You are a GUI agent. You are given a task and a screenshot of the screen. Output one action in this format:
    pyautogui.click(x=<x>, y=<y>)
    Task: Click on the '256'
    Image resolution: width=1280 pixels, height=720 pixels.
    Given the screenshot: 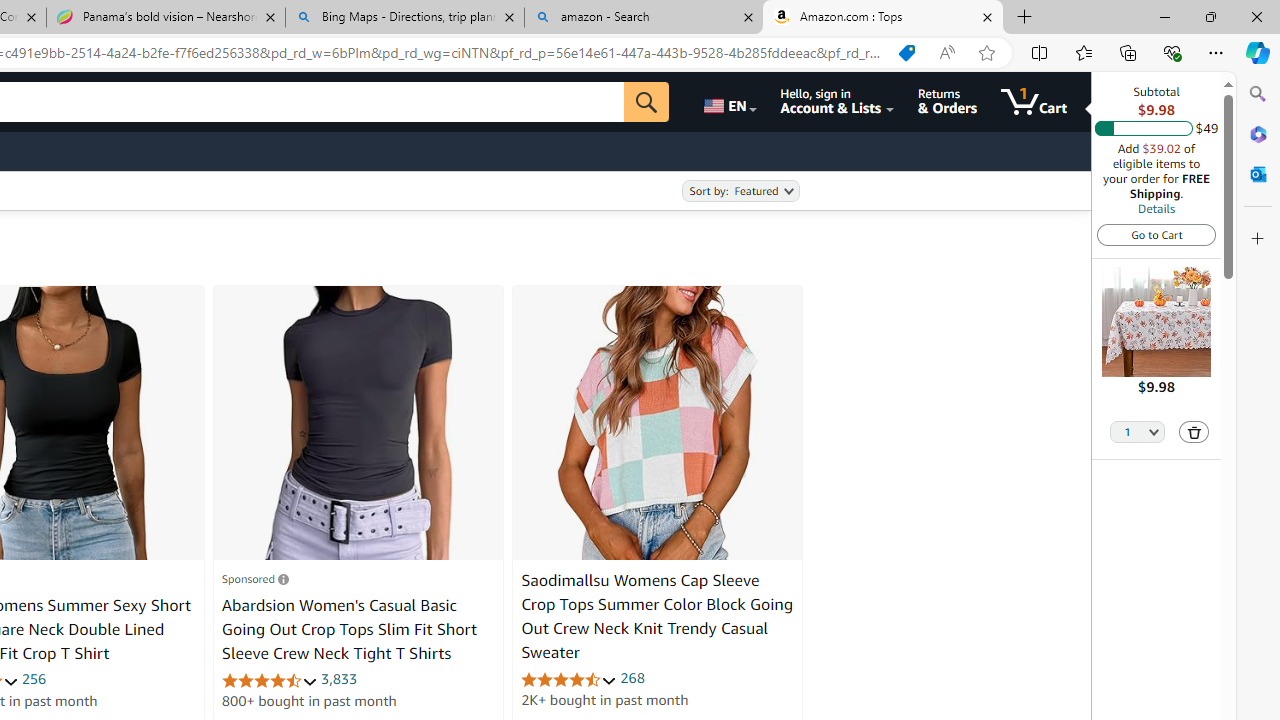 What is the action you would take?
    pyautogui.click(x=33, y=677)
    